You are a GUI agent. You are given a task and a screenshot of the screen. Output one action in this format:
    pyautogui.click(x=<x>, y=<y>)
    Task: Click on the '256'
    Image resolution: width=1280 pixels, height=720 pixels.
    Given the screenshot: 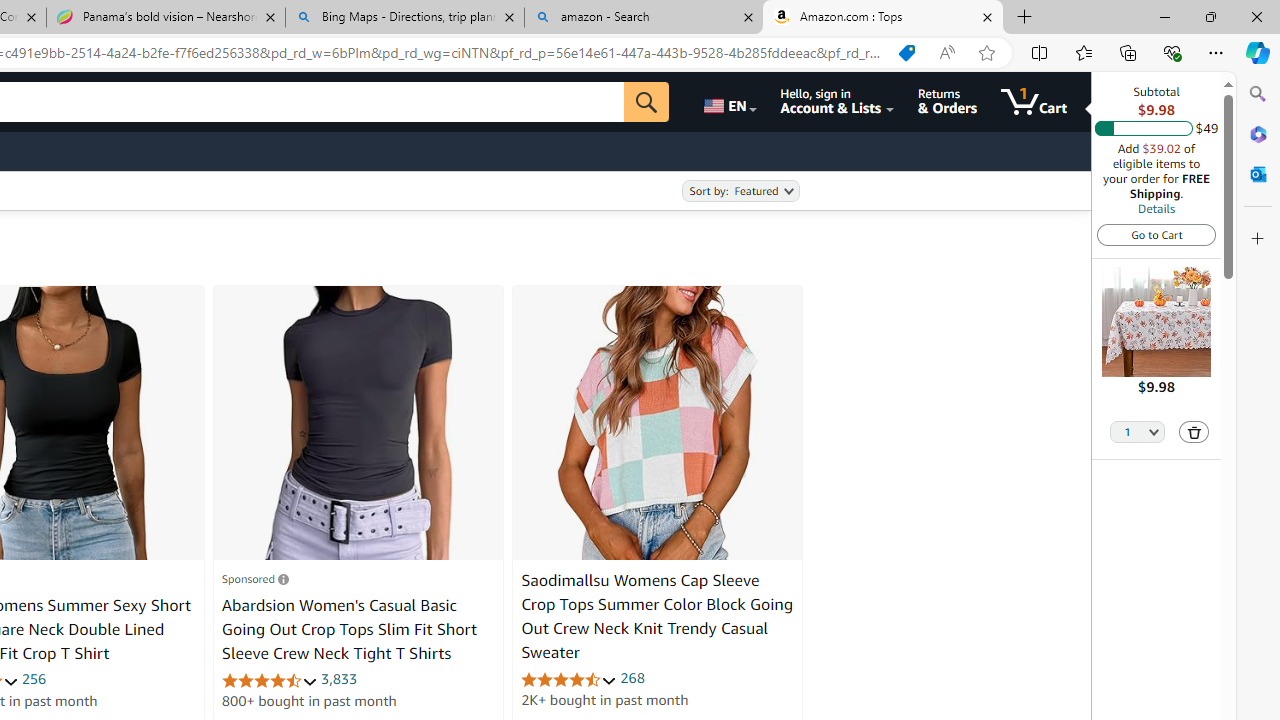 What is the action you would take?
    pyautogui.click(x=33, y=677)
    